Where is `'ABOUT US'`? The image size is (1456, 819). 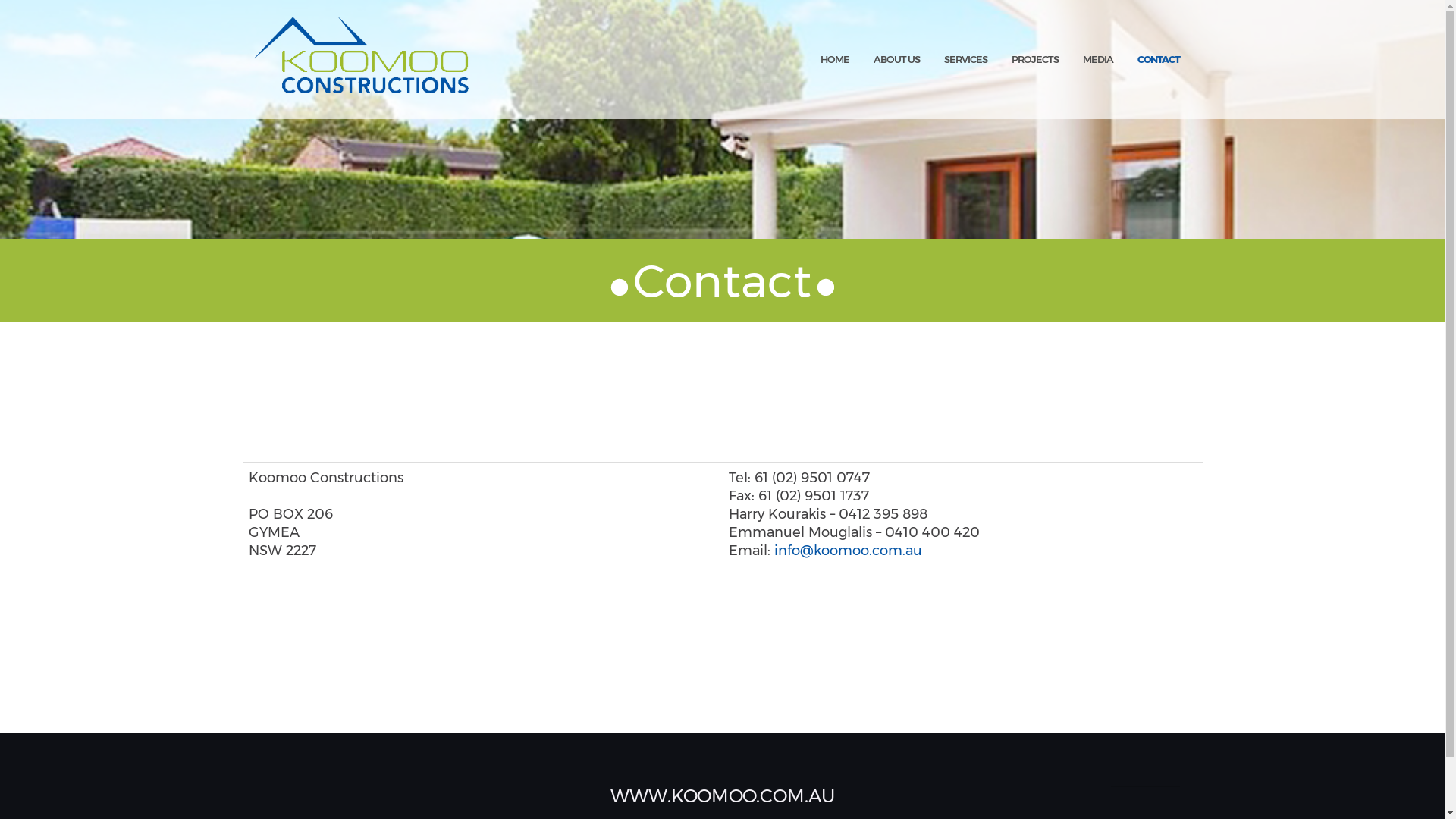 'ABOUT US' is located at coordinates (896, 59).